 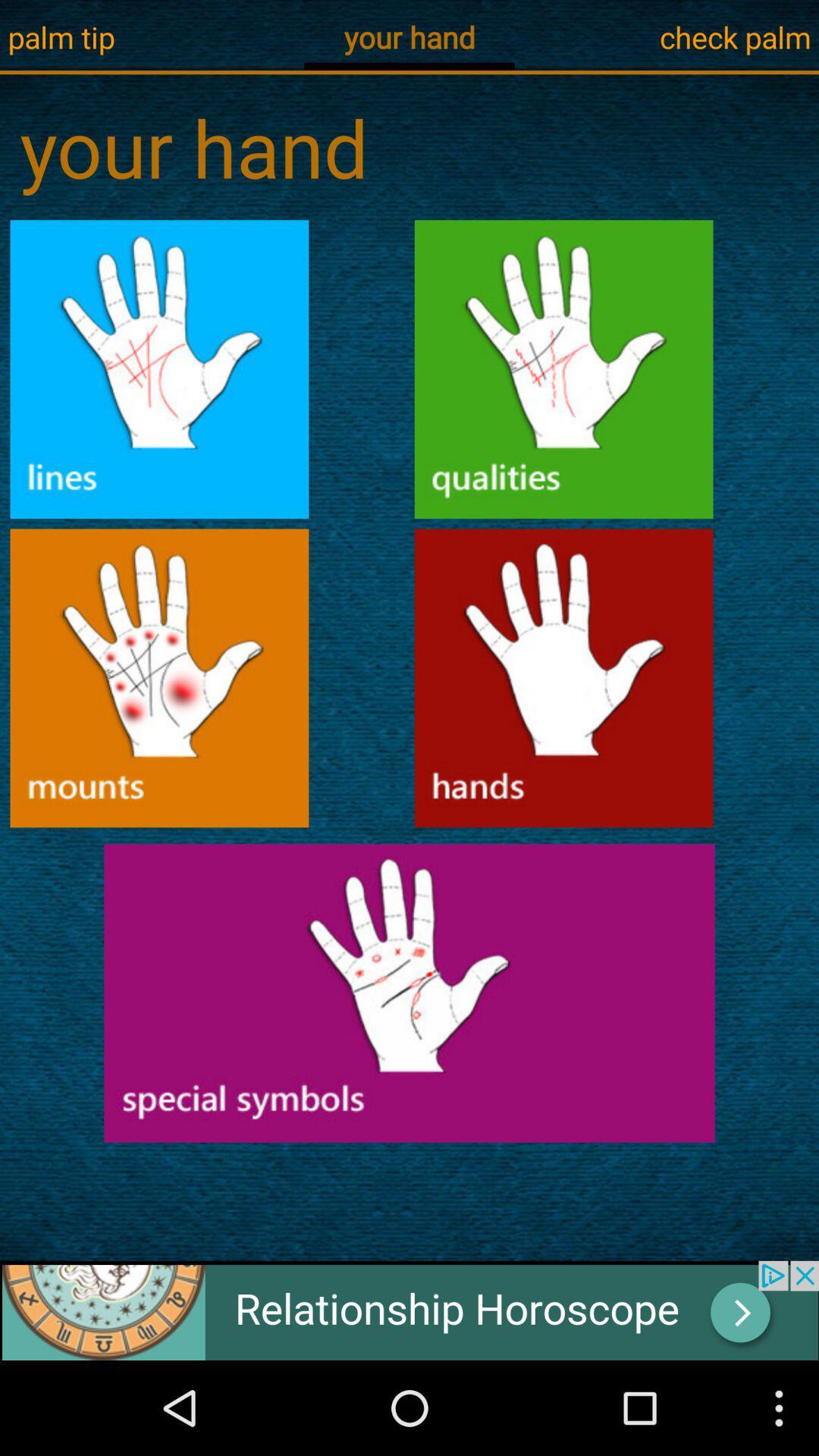 What do you see at coordinates (409, 1310) in the screenshot?
I see `the add image` at bounding box center [409, 1310].